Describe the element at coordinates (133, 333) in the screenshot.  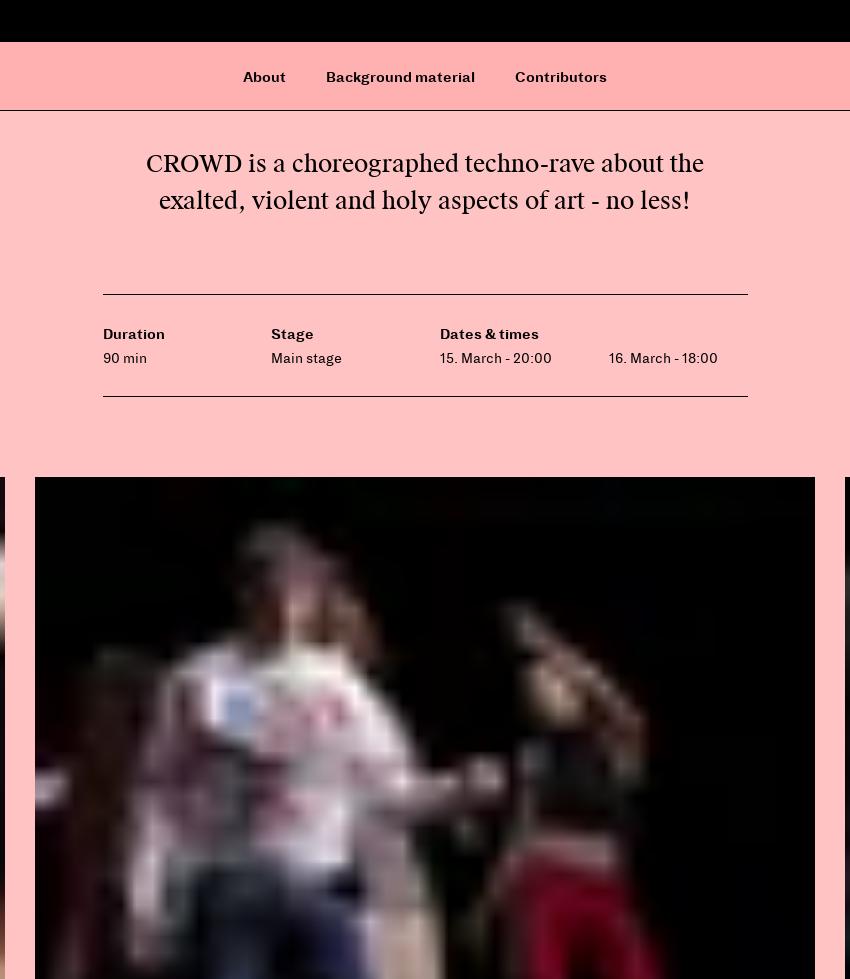
I see `'Duration'` at that location.